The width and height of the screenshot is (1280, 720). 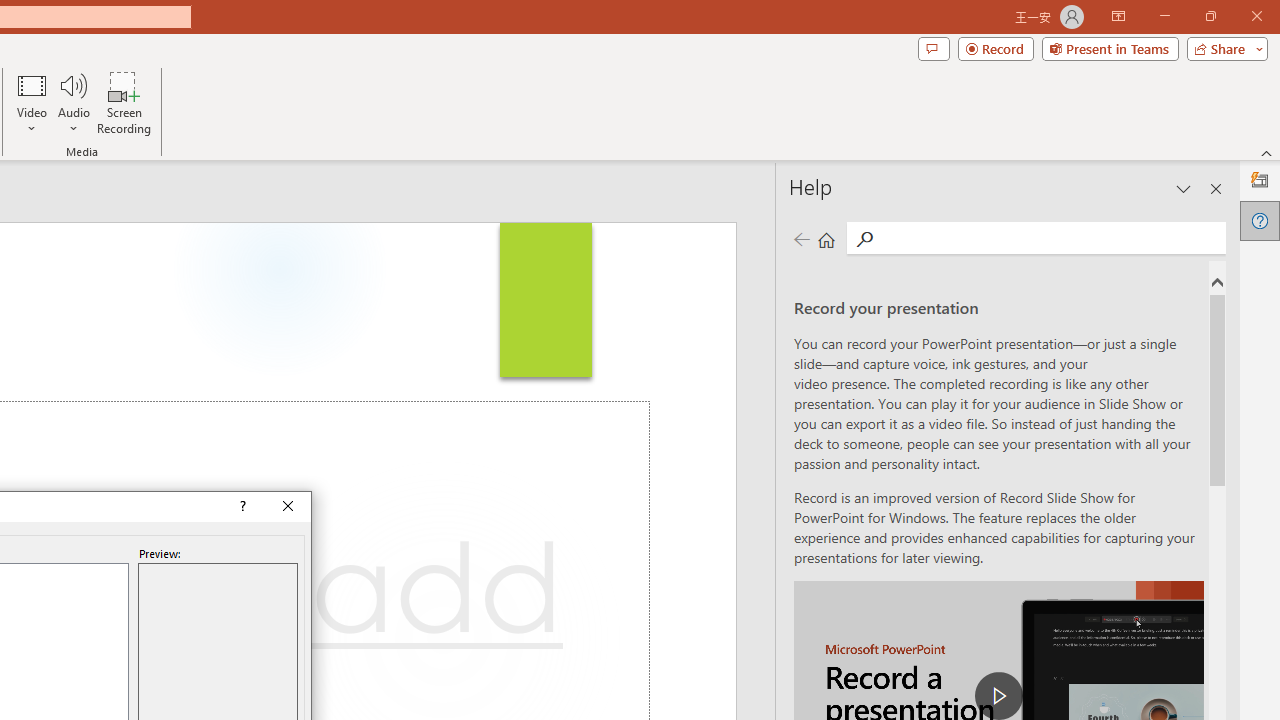 I want to click on 'Video', so click(x=32, y=103).